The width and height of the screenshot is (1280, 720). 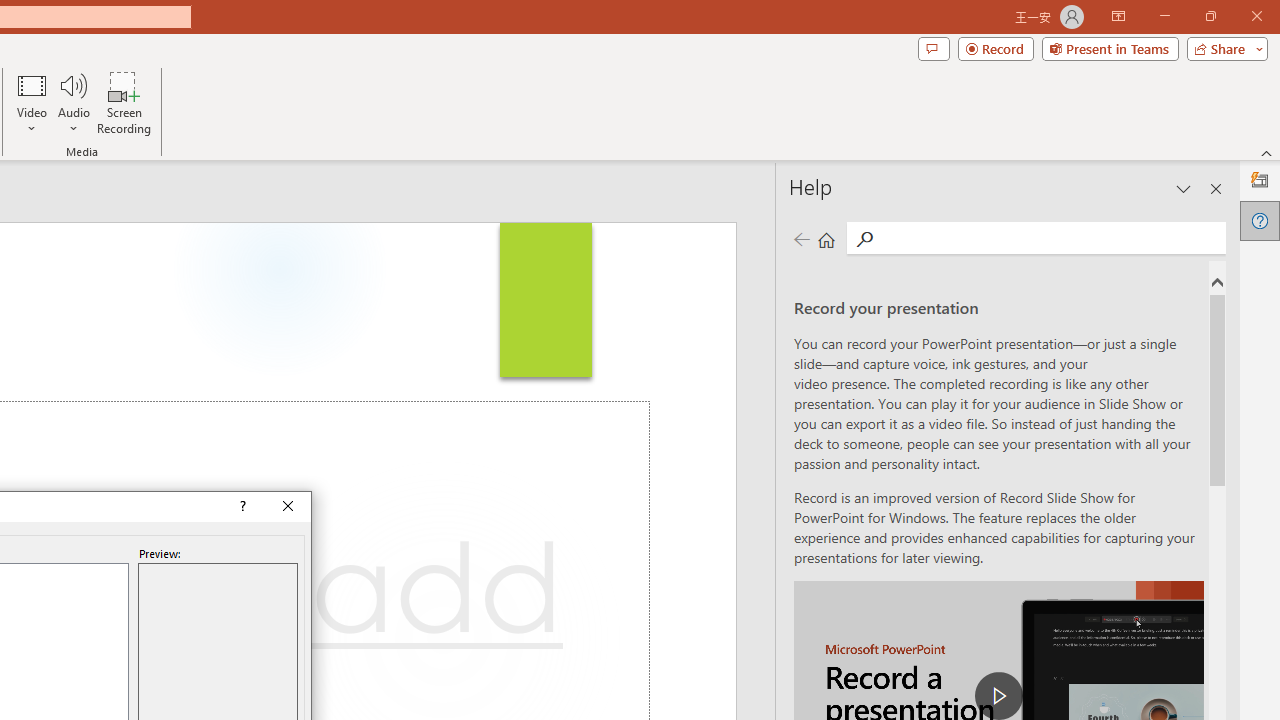 I want to click on 'Video', so click(x=32, y=103).